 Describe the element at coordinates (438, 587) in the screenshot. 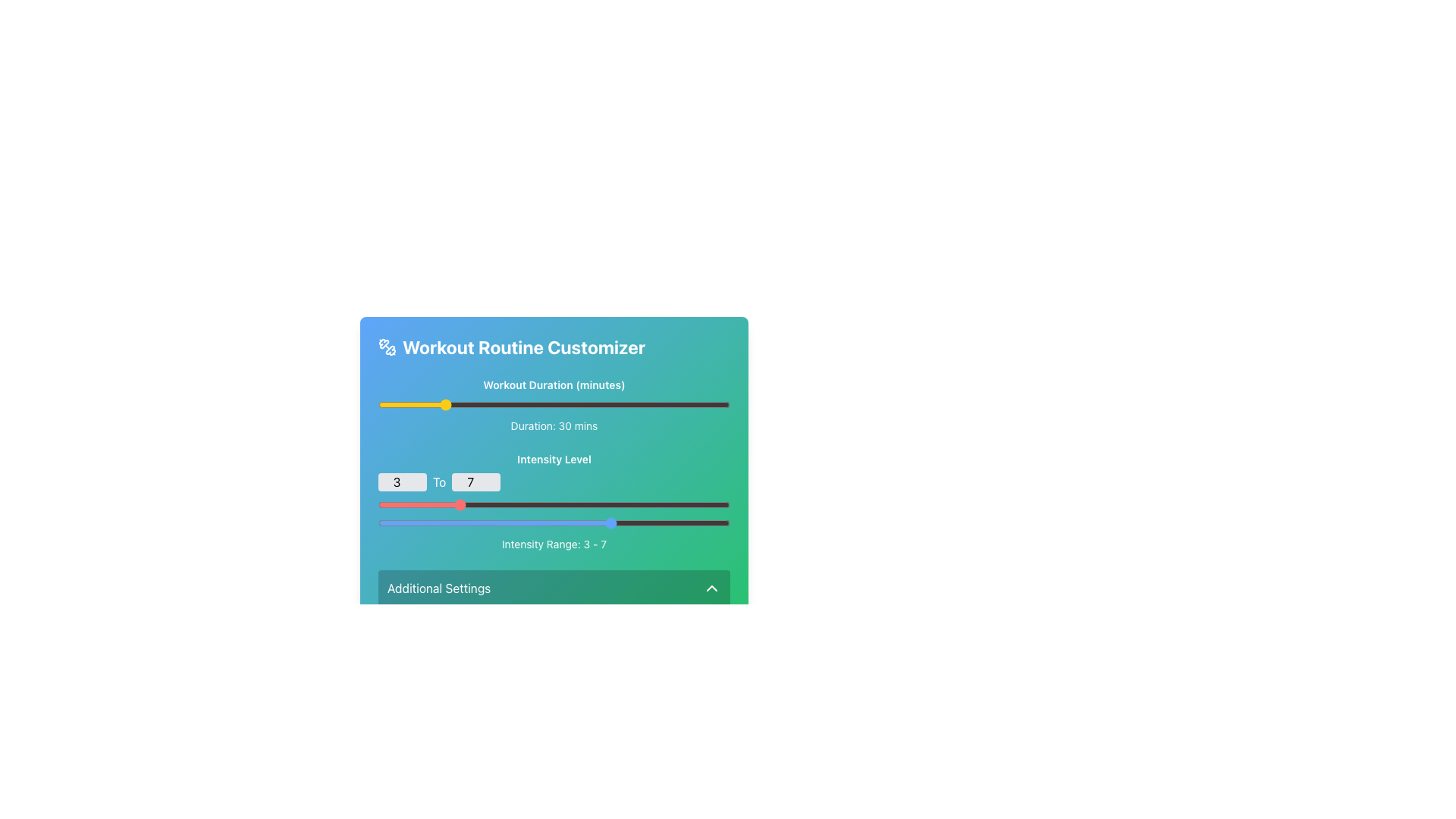

I see `the label that indicates additional configuration options for the interface, located near the bottom of the panel with rounded corners` at that location.